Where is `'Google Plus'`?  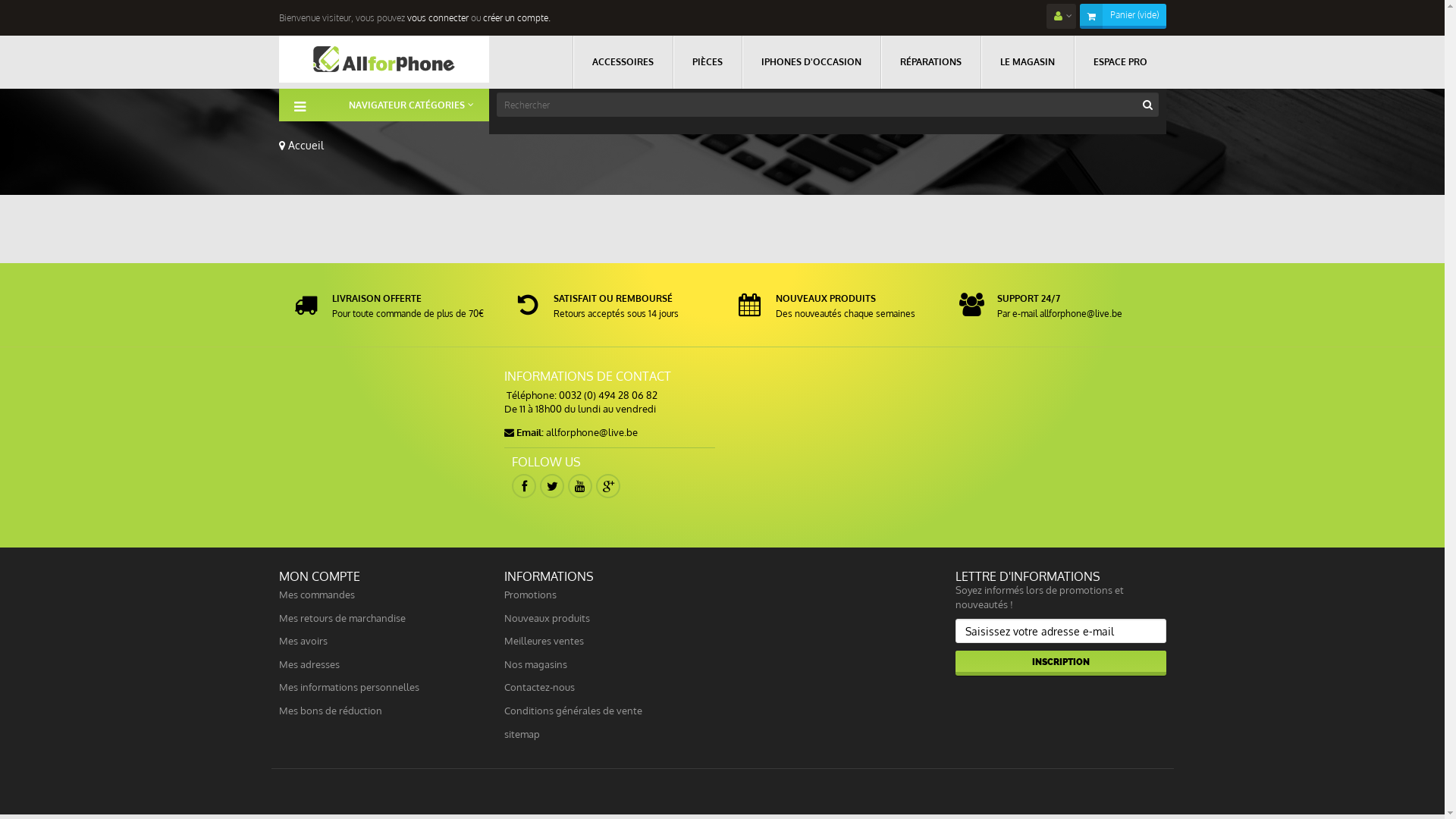 'Google Plus' is located at coordinates (607, 485).